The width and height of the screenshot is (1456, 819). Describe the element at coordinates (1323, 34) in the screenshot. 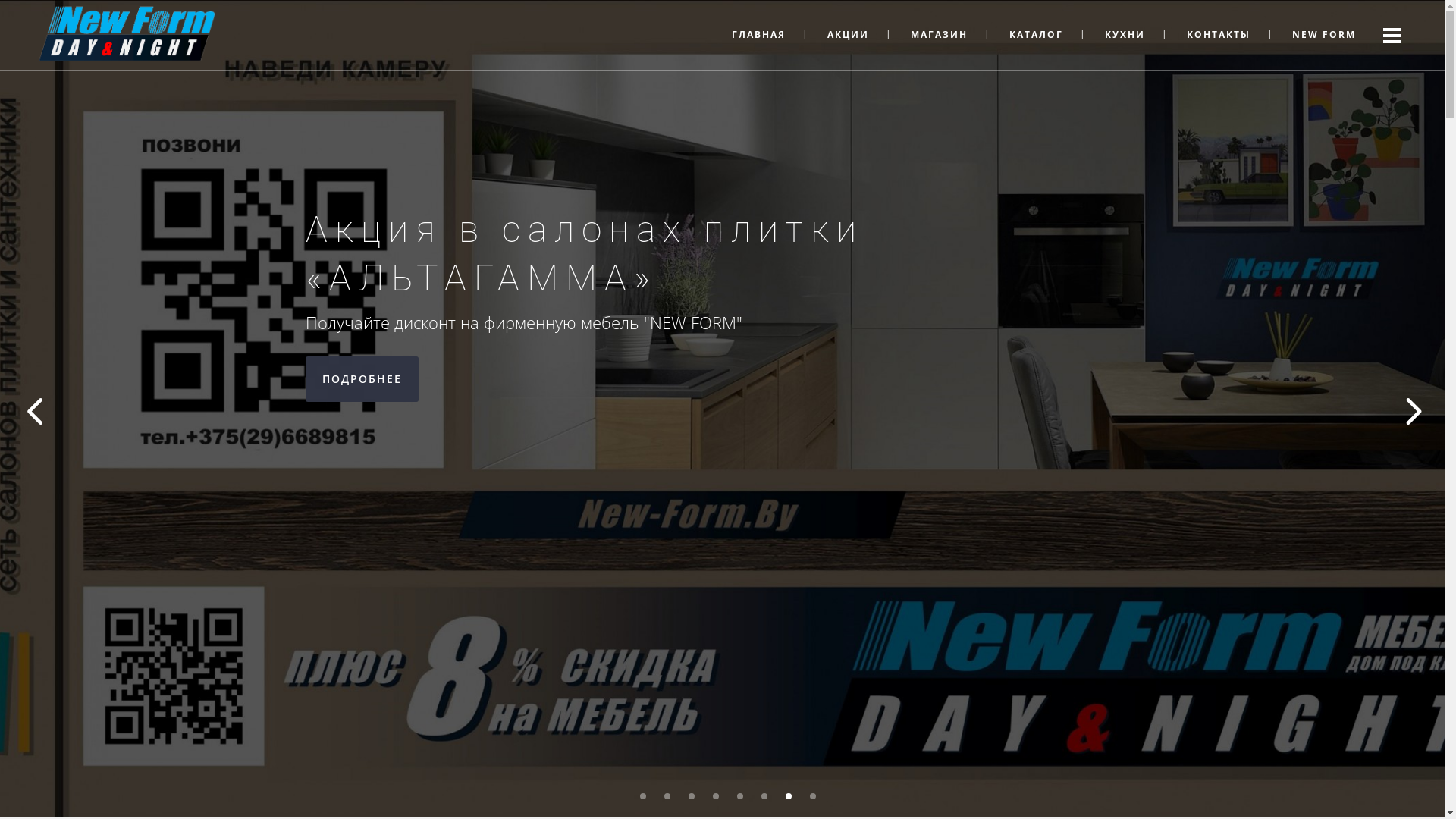

I see `'NEW FORM'` at that location.